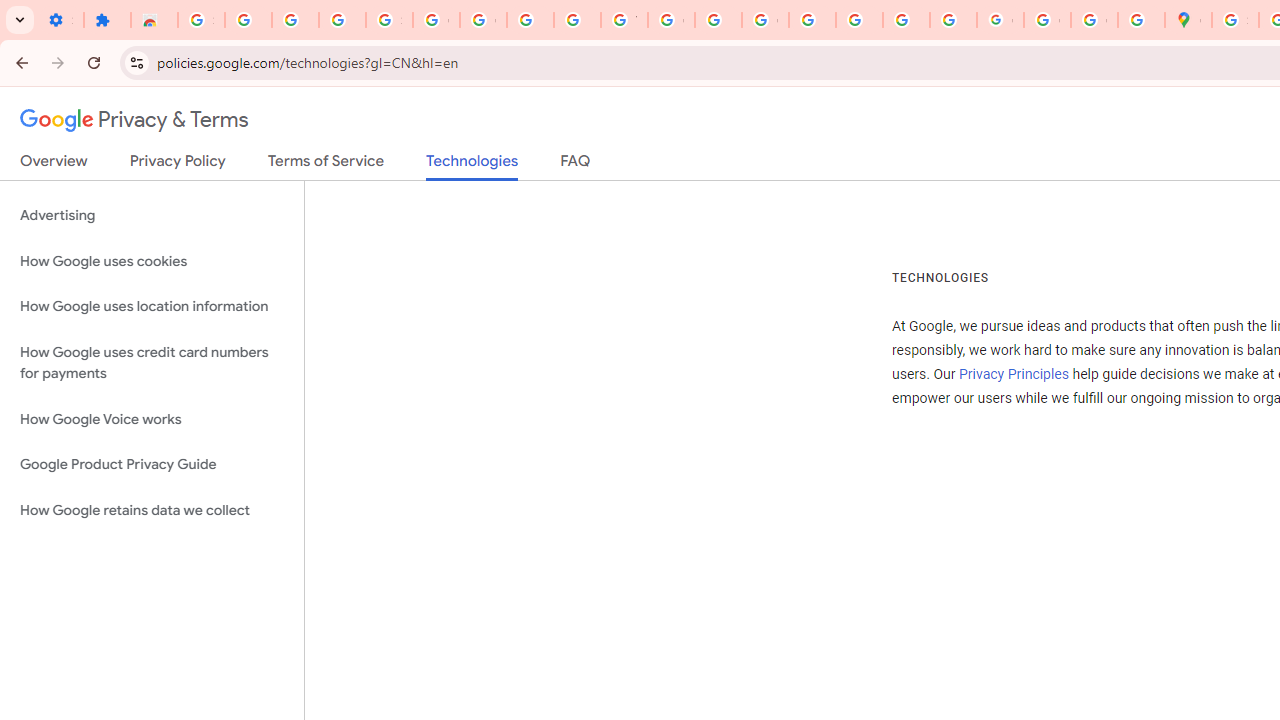  What do you see at coordinates (471, 165) in the screenshot?
I see `'Technologies'` at bounding box center [471, 165].